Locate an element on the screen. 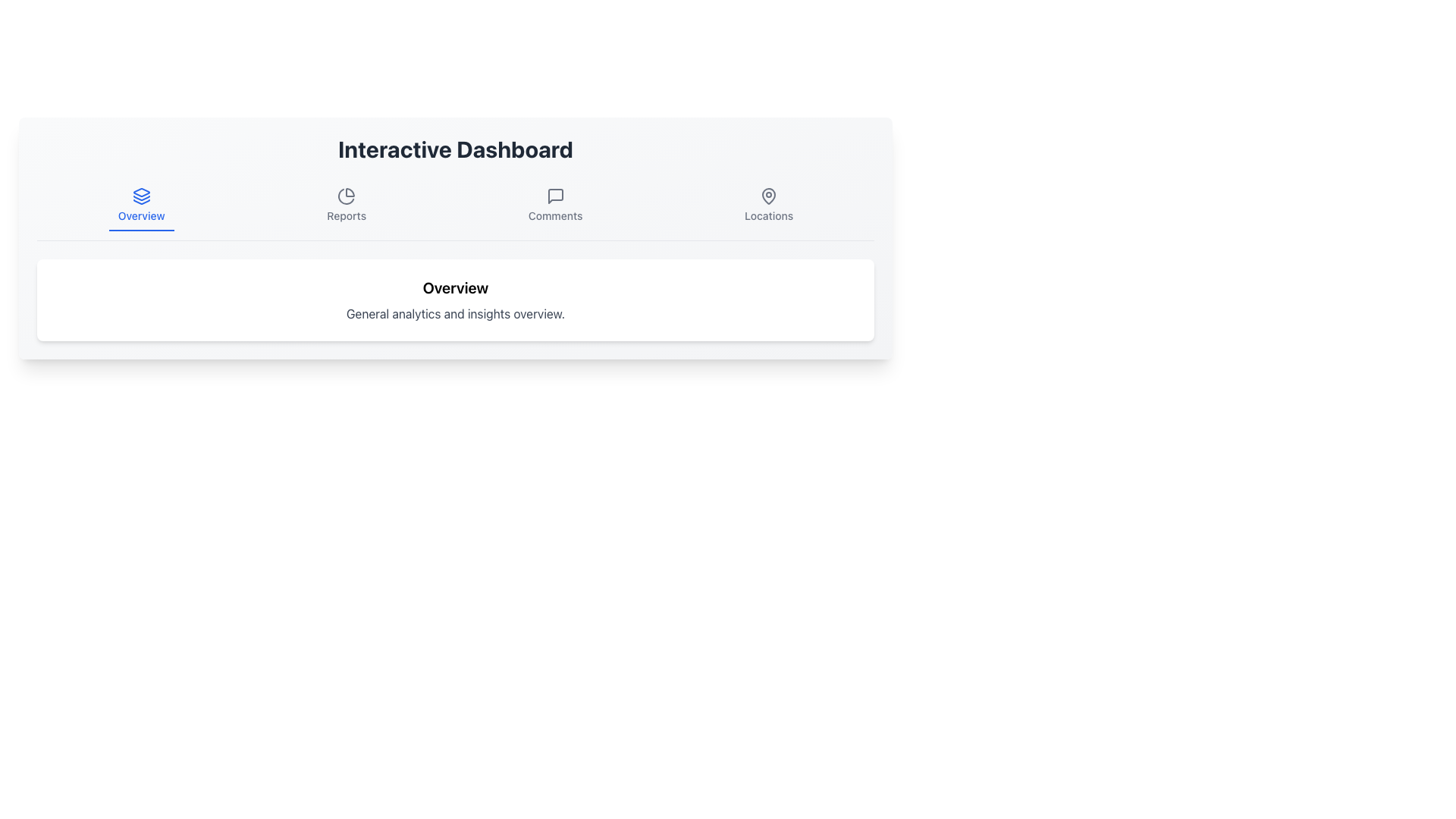  the message icon located above the 'Comments' label in the top-central area of the interface is located at coordinates (554, 195).